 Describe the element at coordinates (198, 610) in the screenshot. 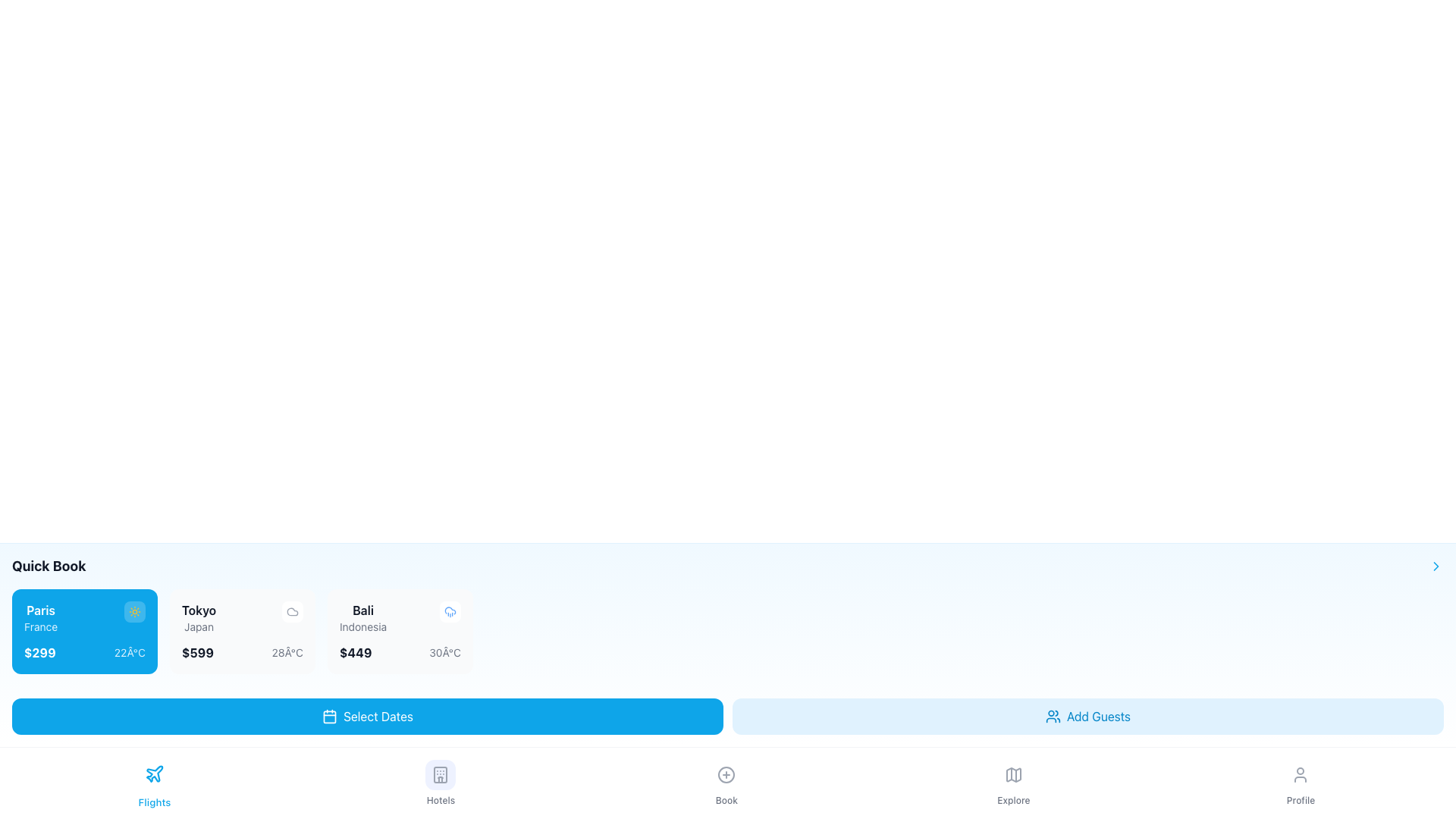

I see `the city name label that identifies the travel destination, positioned above the label displaying 'Japan'` at that location.